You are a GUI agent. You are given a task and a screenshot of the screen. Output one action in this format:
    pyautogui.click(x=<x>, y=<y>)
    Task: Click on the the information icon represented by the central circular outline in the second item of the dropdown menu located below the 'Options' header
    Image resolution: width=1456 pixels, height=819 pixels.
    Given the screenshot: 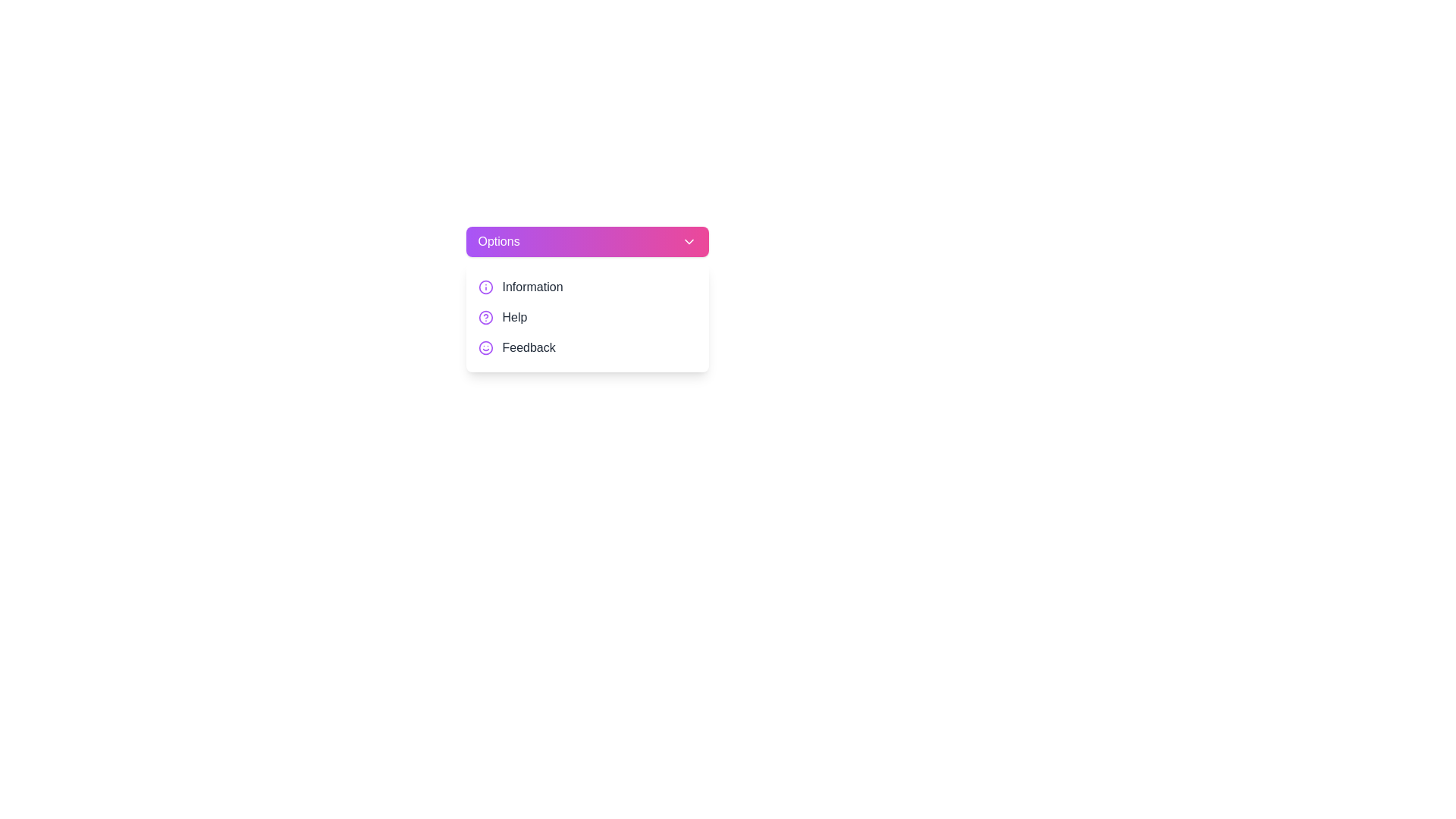 What is the action you would take?
    pyautogui.click(x=485, y=287)
    